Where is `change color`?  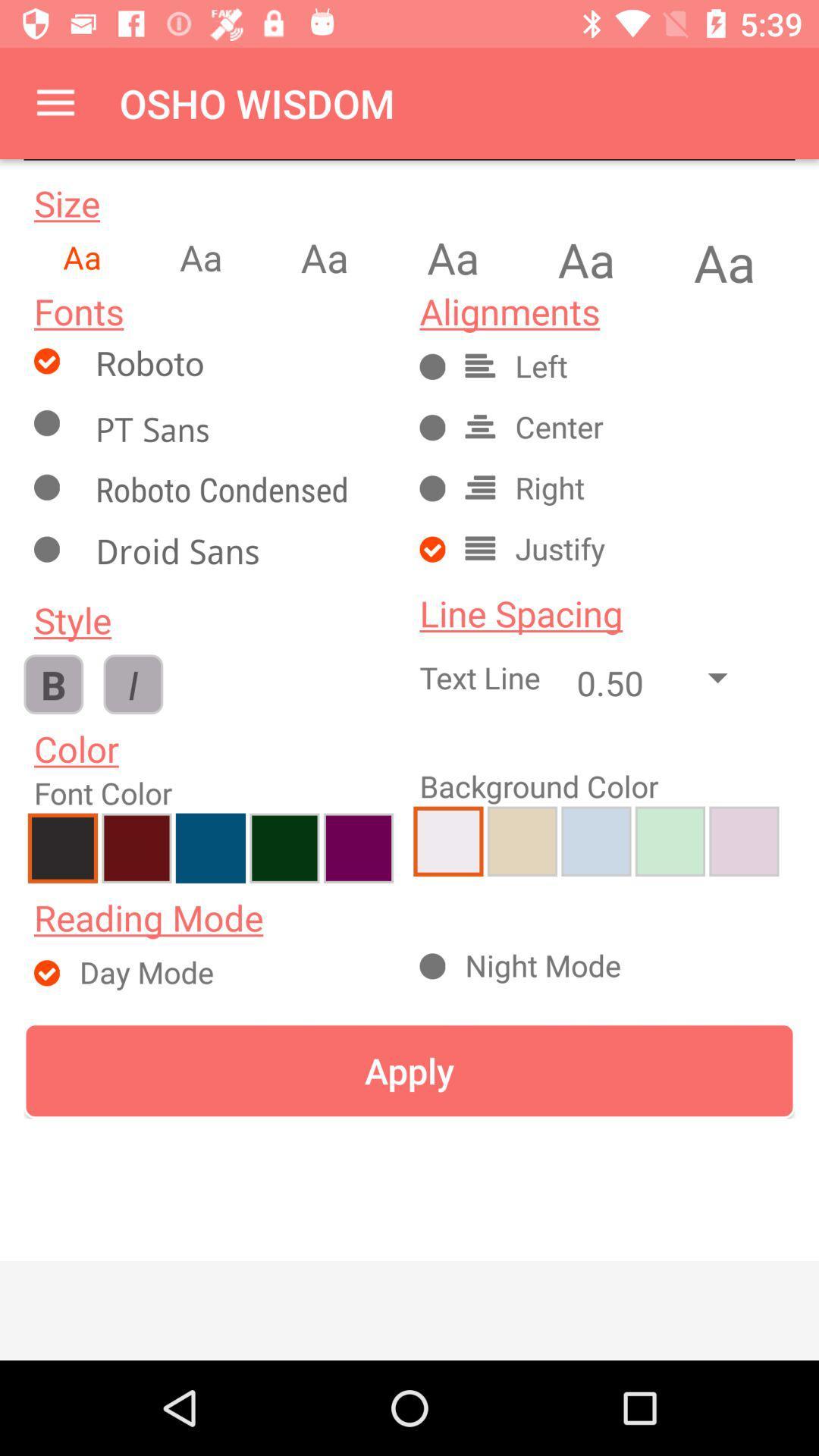 change color is located at coordinates (136, 847).